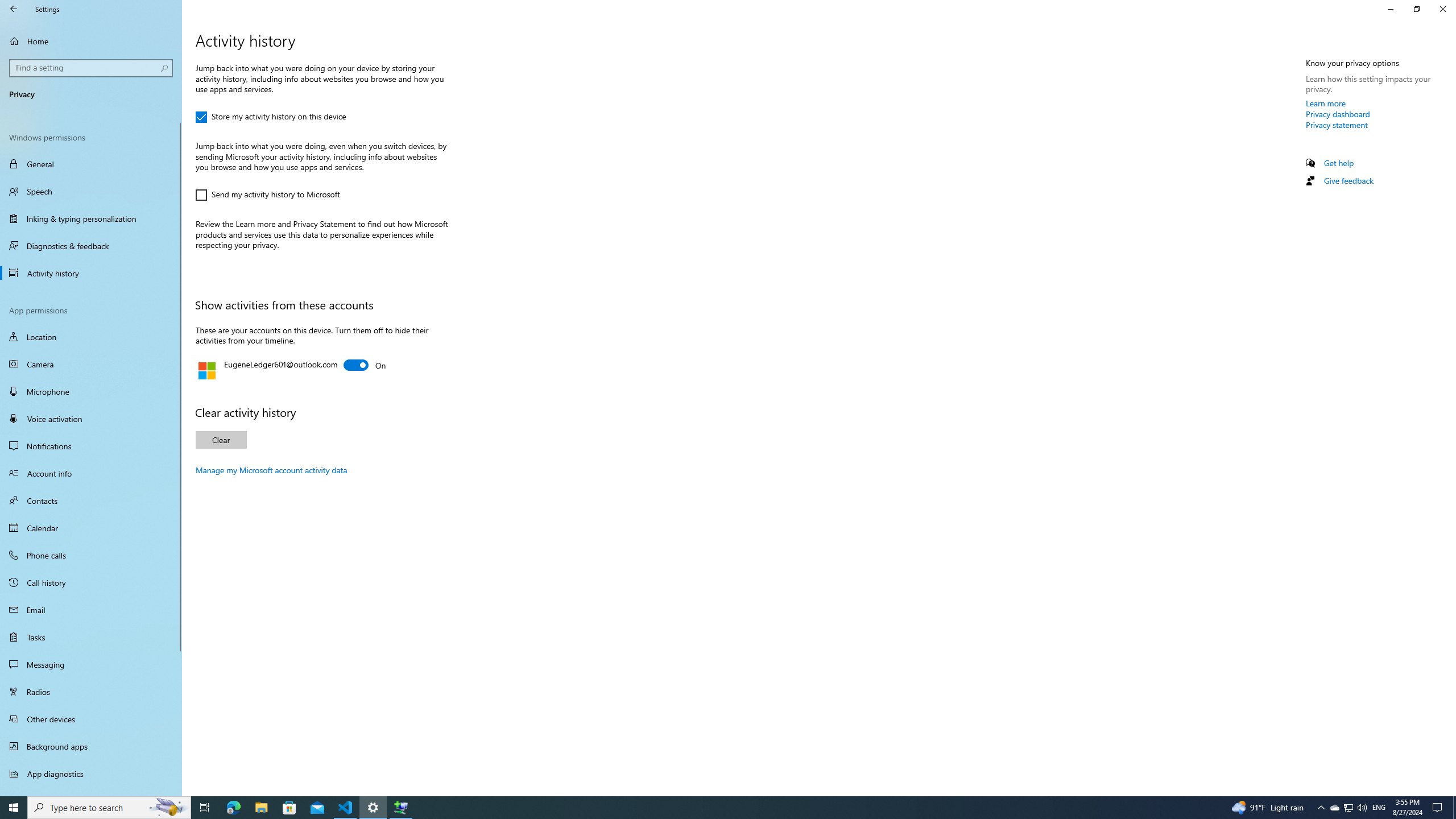 Image resolution: width=1456 pixels, height=819 pixels. What do you see at coordinates (90, 773) in the screenshot?
I see `'App diagnostics'` at bounding box center [90, 773].